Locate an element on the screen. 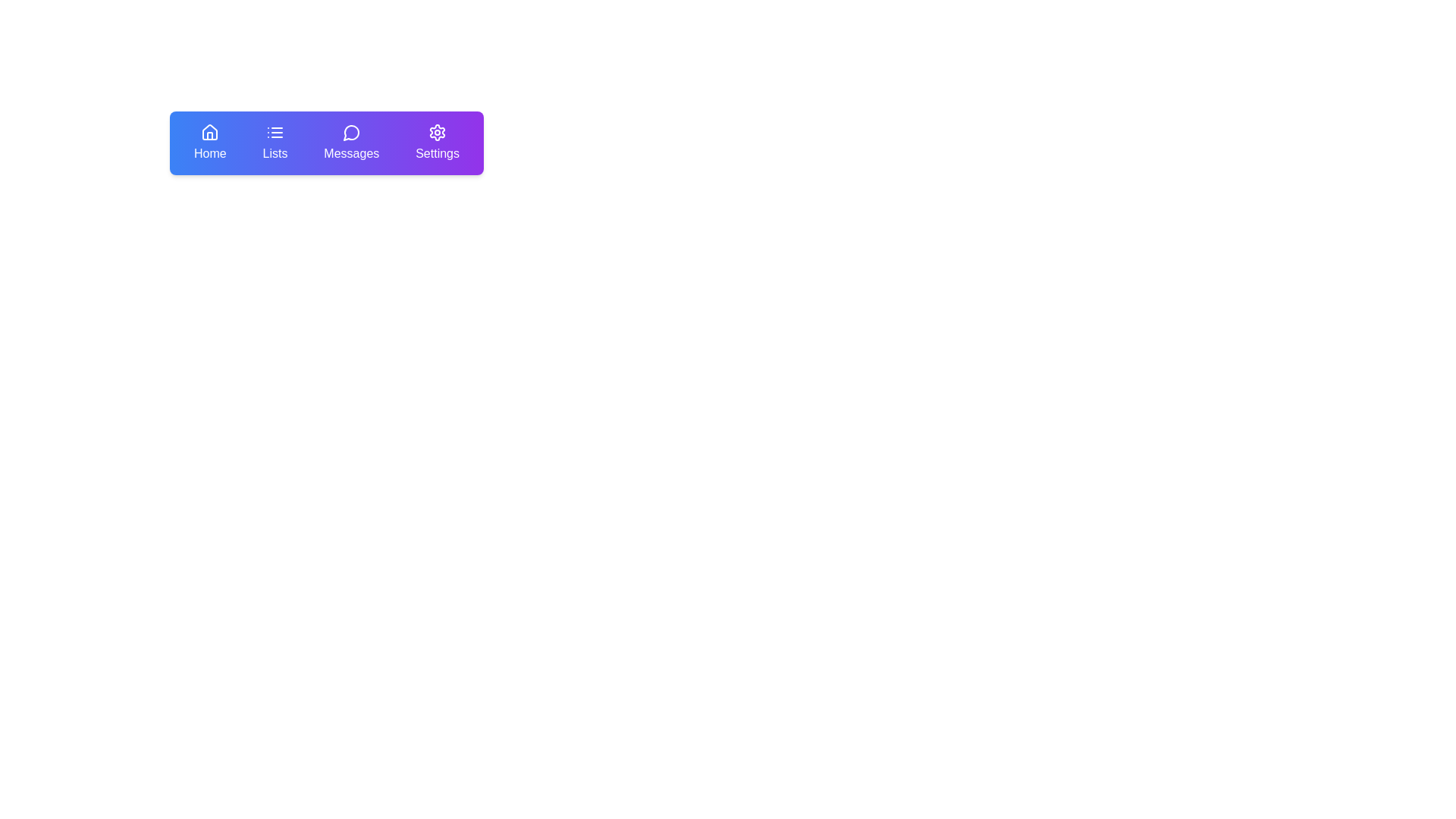 Image resolution: width=1456 pixels, height=819 pixels. the 'Home' navigation button, which includes a text label indicating its functionality is located at coordinates (209, 154).